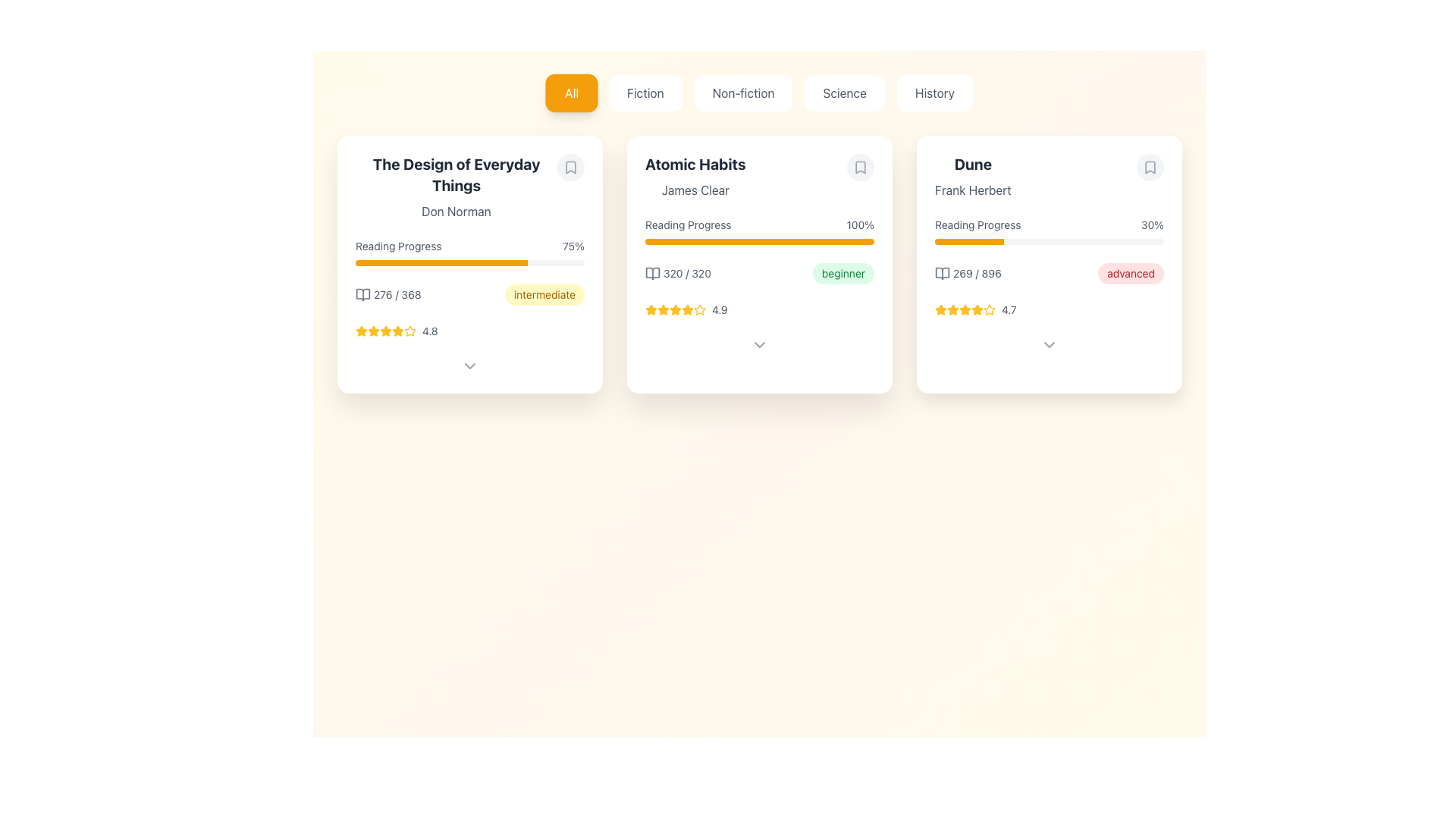  I want to click on the rating value by interacting with the fourth star icon in the rating section of the book card for 'Dune', so click(964, 309).